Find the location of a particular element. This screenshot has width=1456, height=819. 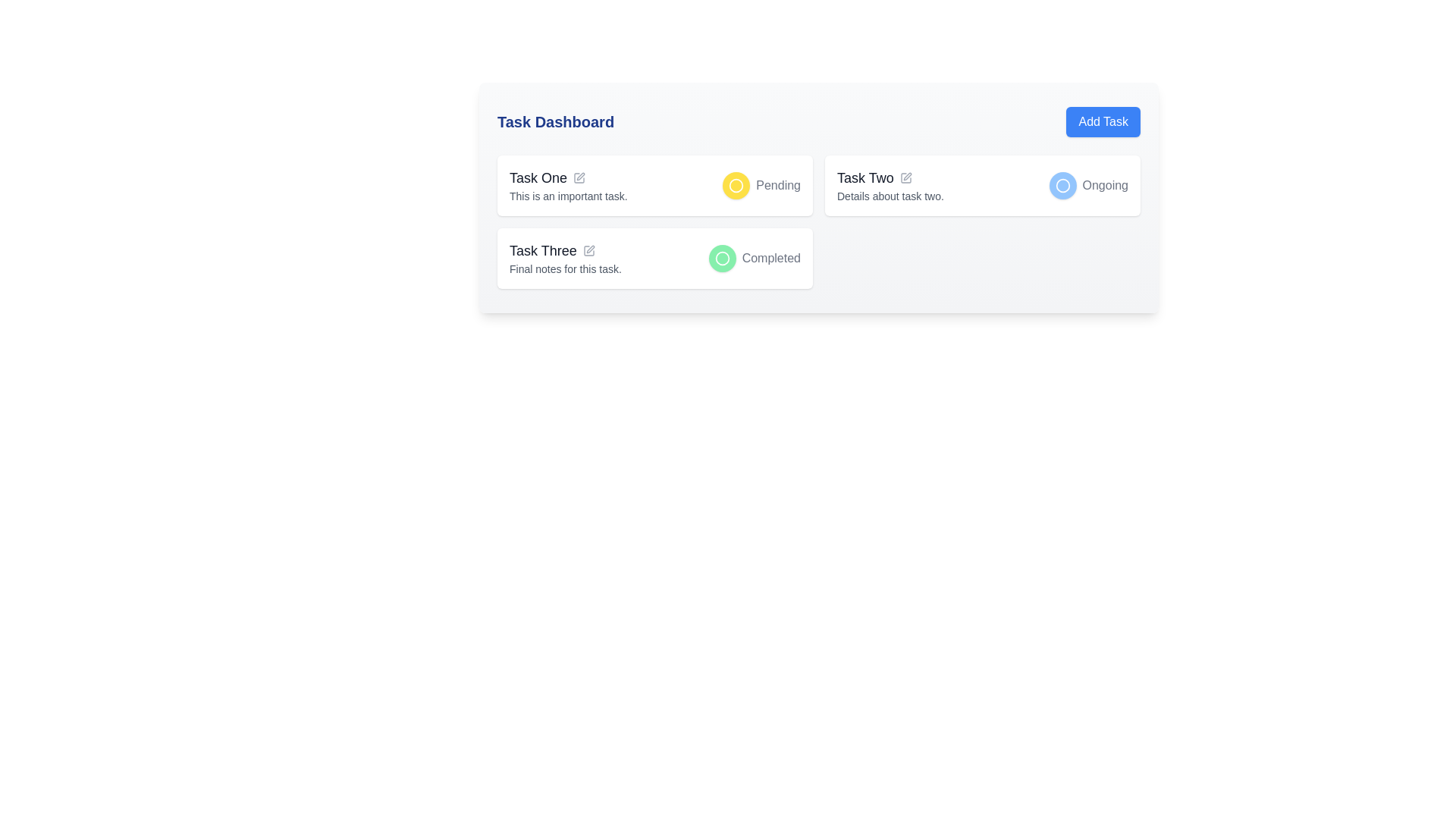

the circular icon with a yellow background and white circular stroke, located in the 'Task One' status section next to the 'Pending' label is located at coordinates (736, 185).